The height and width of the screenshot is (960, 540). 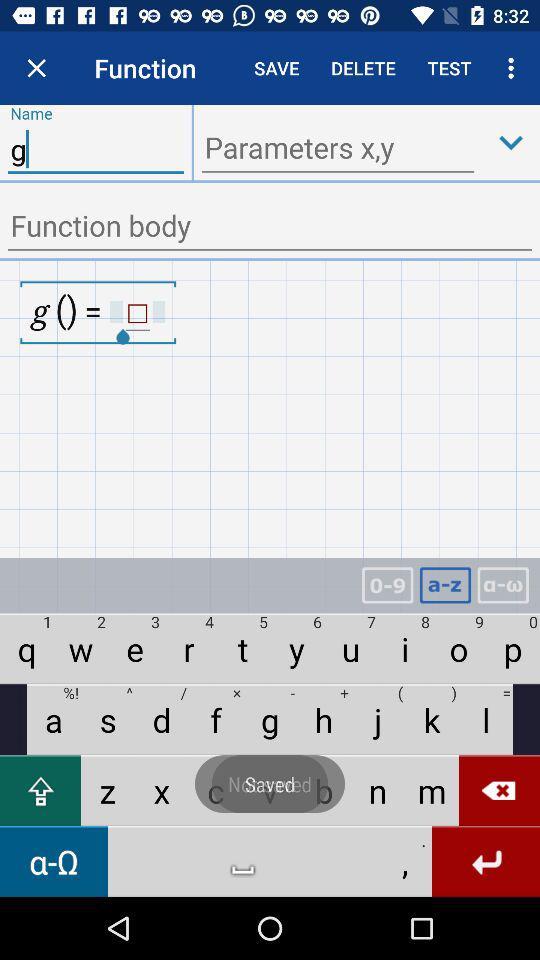 What do you see at coordinates (270, 227) in the screenshot?
I see `necessary information` at bounding box center [270, 227].